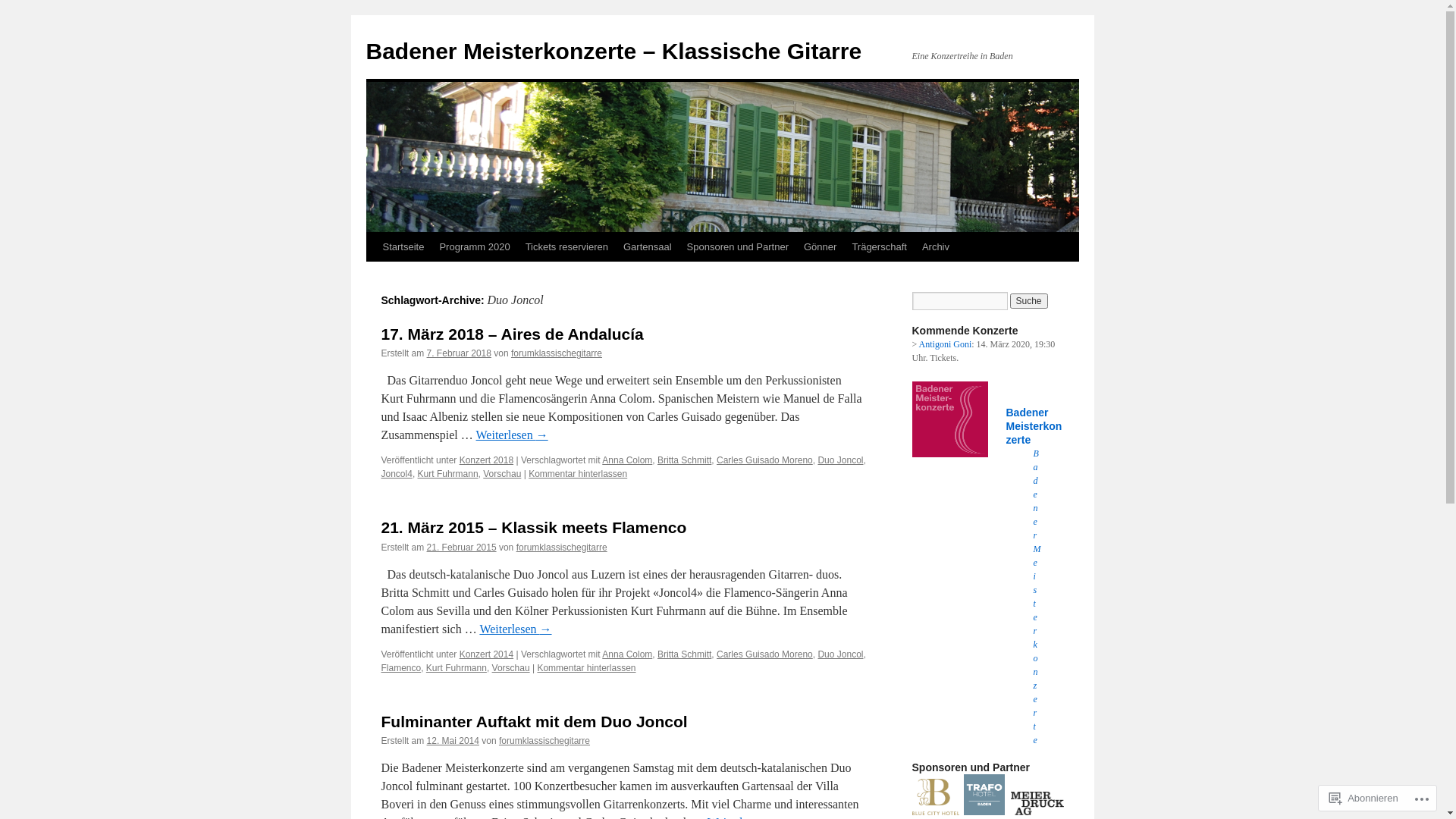 The image size is (1456, 819). Describe the element at coordinates (945, 344) in the screenshot. I see `'Antigoni Goni'` at that location.